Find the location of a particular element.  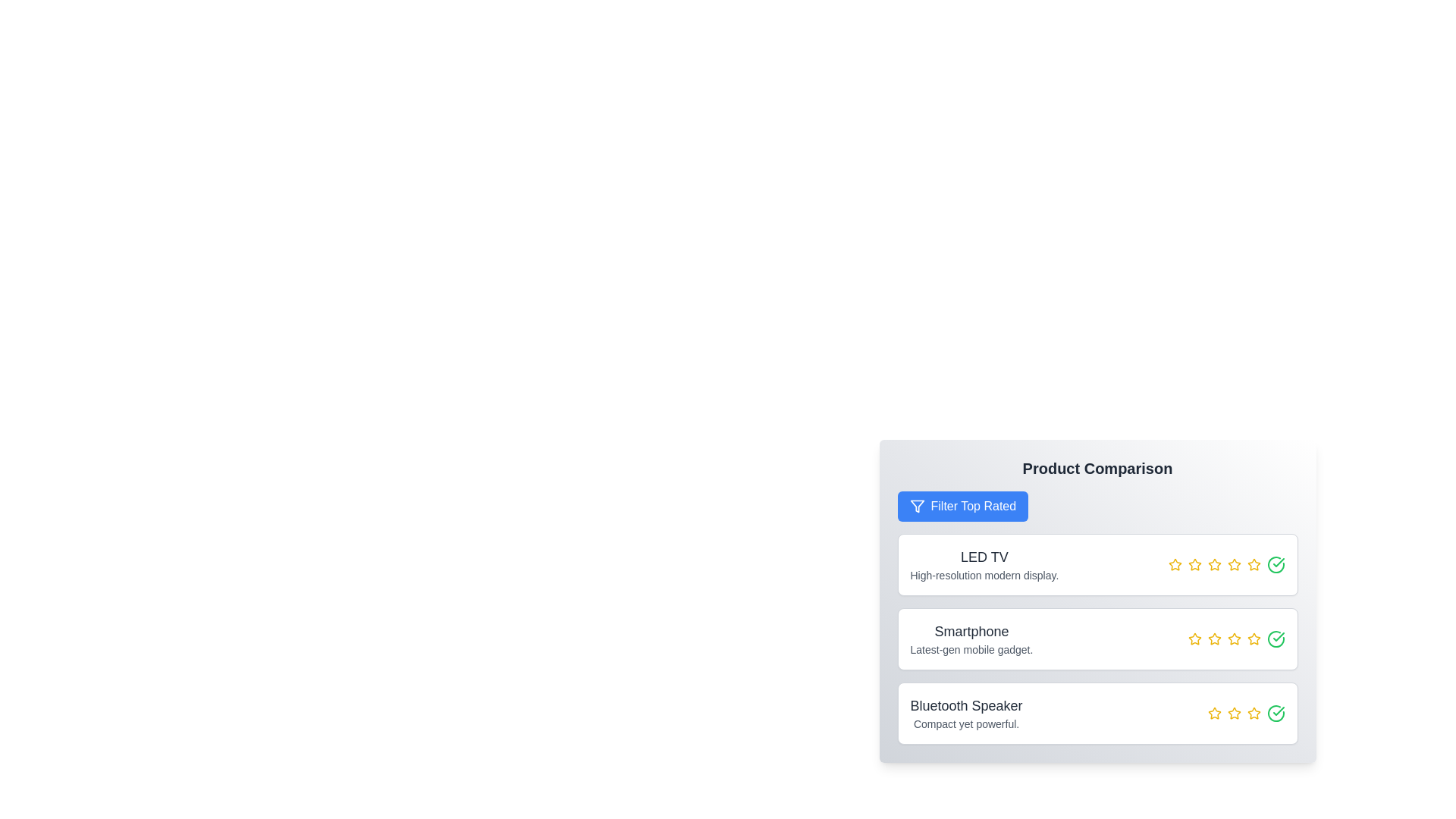

'Filter Top Rated' button to filter products with a rating of 4 or higher is located at coordinates (962, 506).